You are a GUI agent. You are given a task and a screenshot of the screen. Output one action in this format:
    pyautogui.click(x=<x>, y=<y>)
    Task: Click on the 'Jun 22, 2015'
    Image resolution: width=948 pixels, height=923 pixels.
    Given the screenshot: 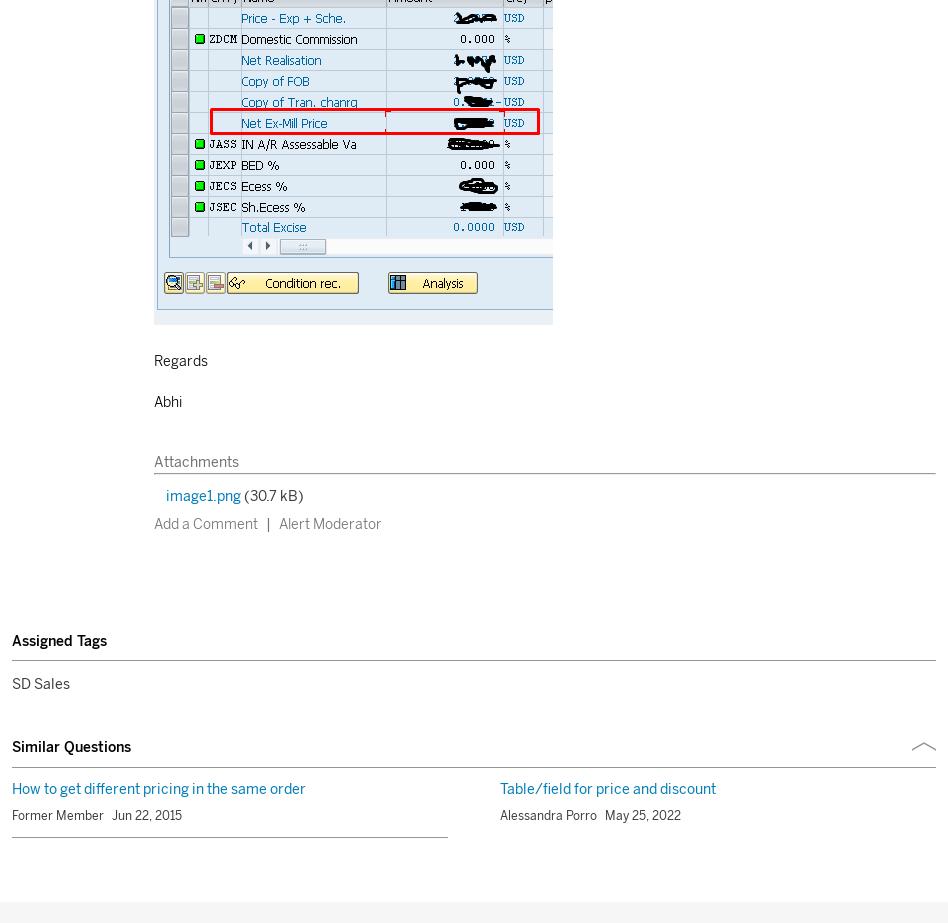 What is the action you would take?
    pyautogui.click(x=146, y=815)
    